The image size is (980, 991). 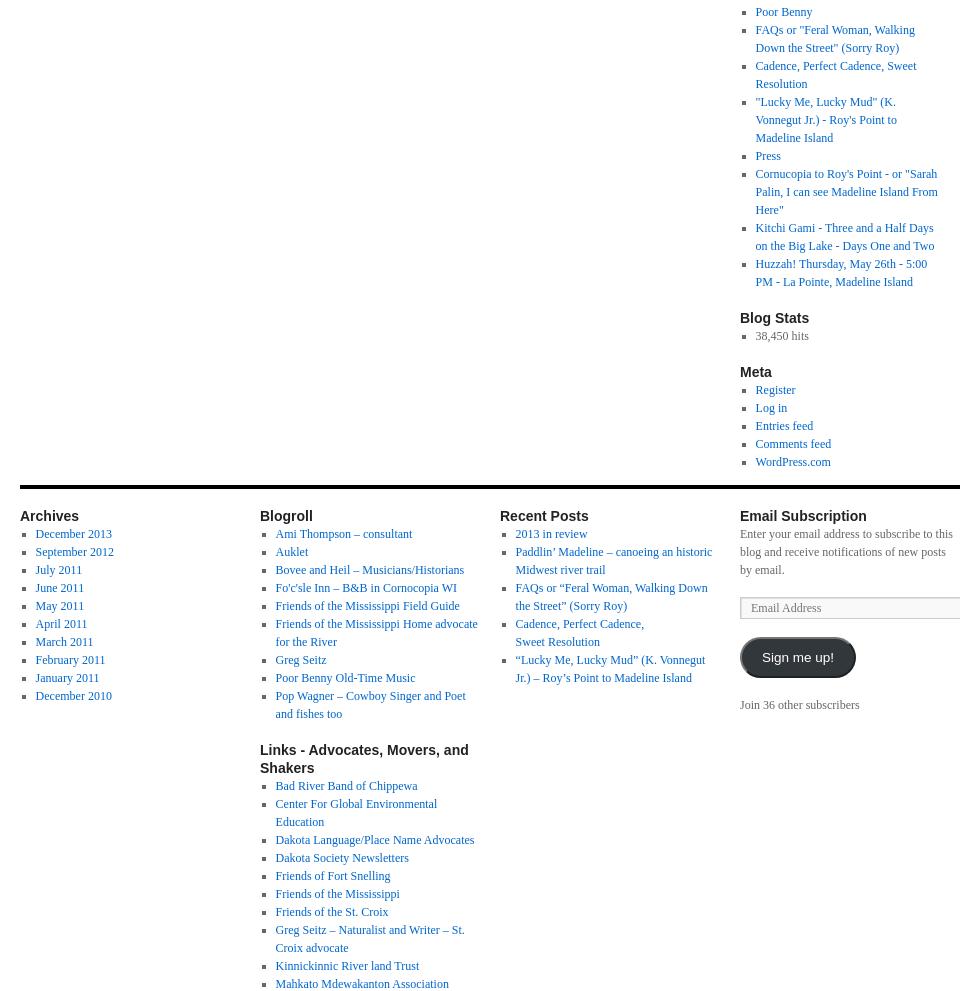 What do you see at coordinates (797, 656) in the screenshot?
I see `'Sign me up!'` at bounding box center [797, 656].